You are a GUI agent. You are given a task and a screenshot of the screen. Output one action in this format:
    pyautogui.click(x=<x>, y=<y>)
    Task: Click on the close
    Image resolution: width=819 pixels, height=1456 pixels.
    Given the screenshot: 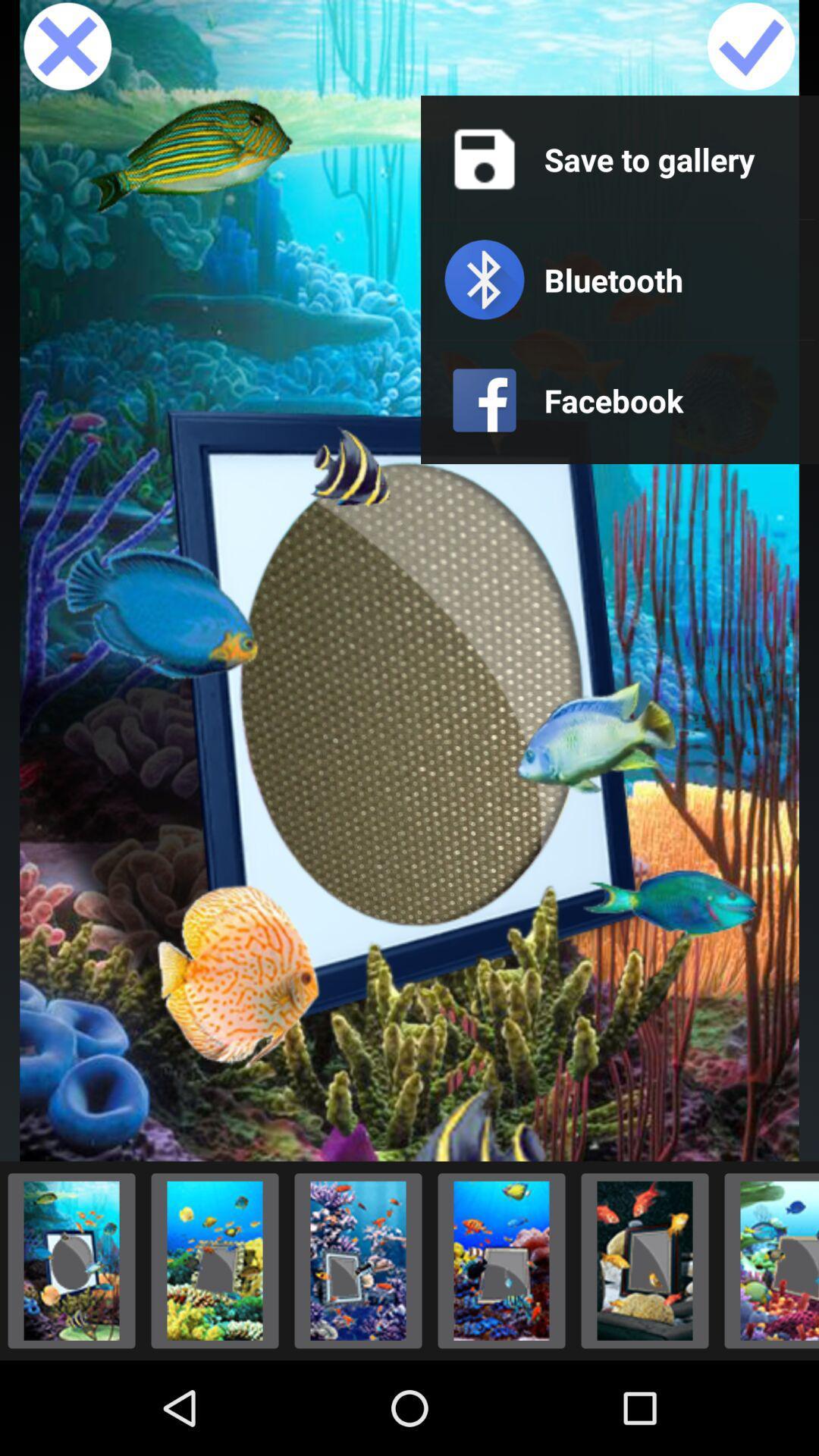 What is the action you would take?
    pyautogui.click(x=67, y=47)
    